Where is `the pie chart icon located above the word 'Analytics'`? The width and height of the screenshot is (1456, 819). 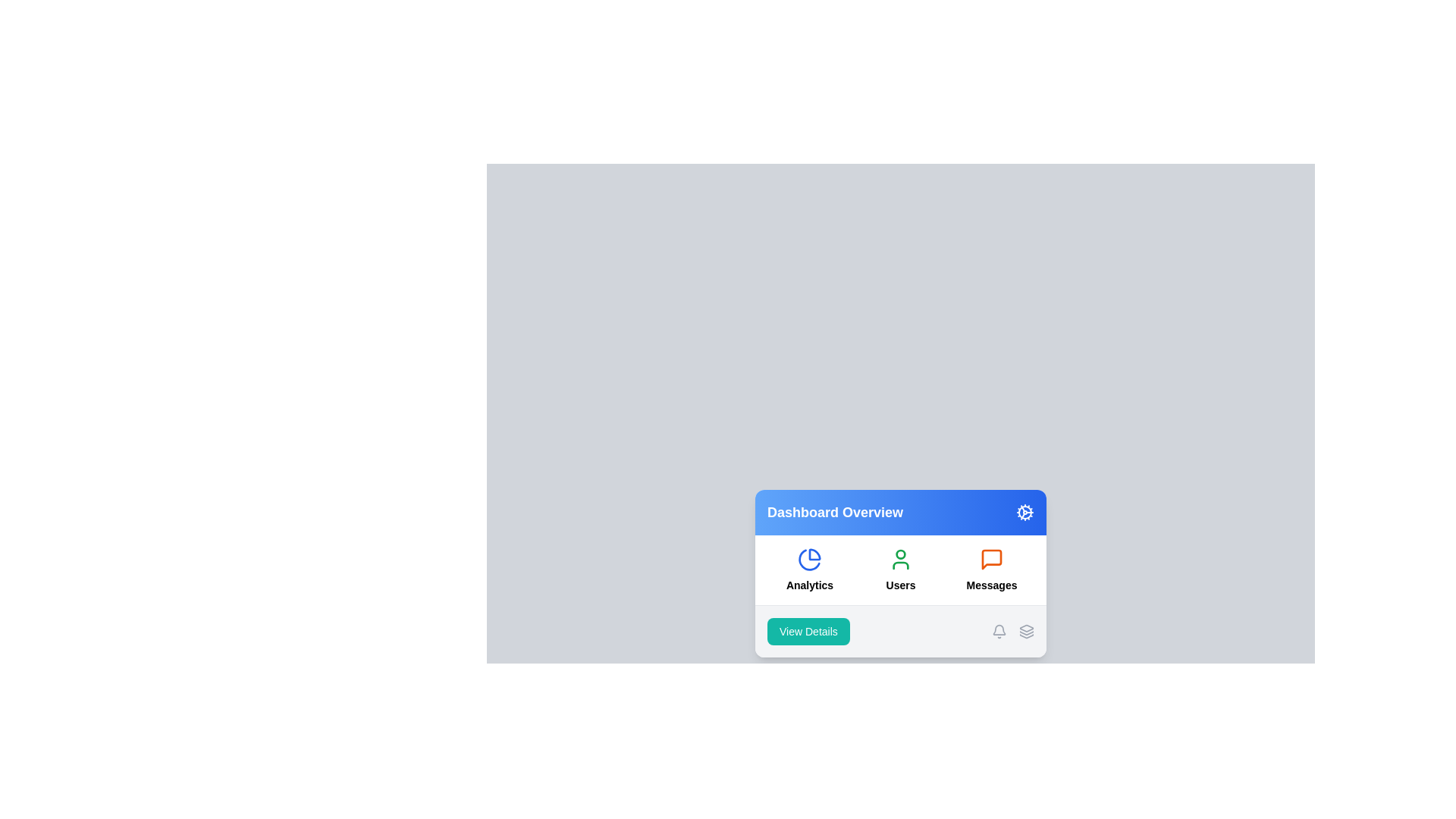
the pie chart icon located above the word 'Analytics' is located at coordinates (809, 559).